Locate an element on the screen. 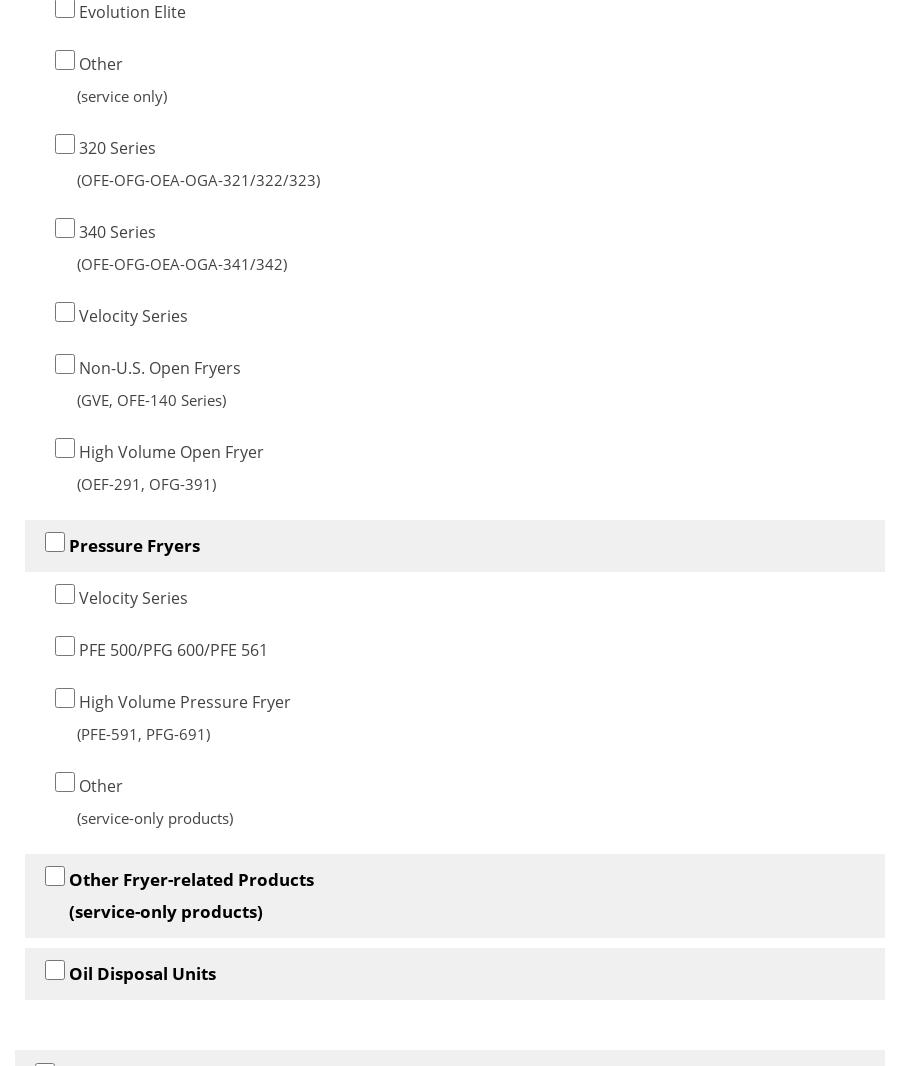 This screenshot has width=900, height=1066. '(GVE, OFE-140 Series)' is located at coordinates (151, 399).